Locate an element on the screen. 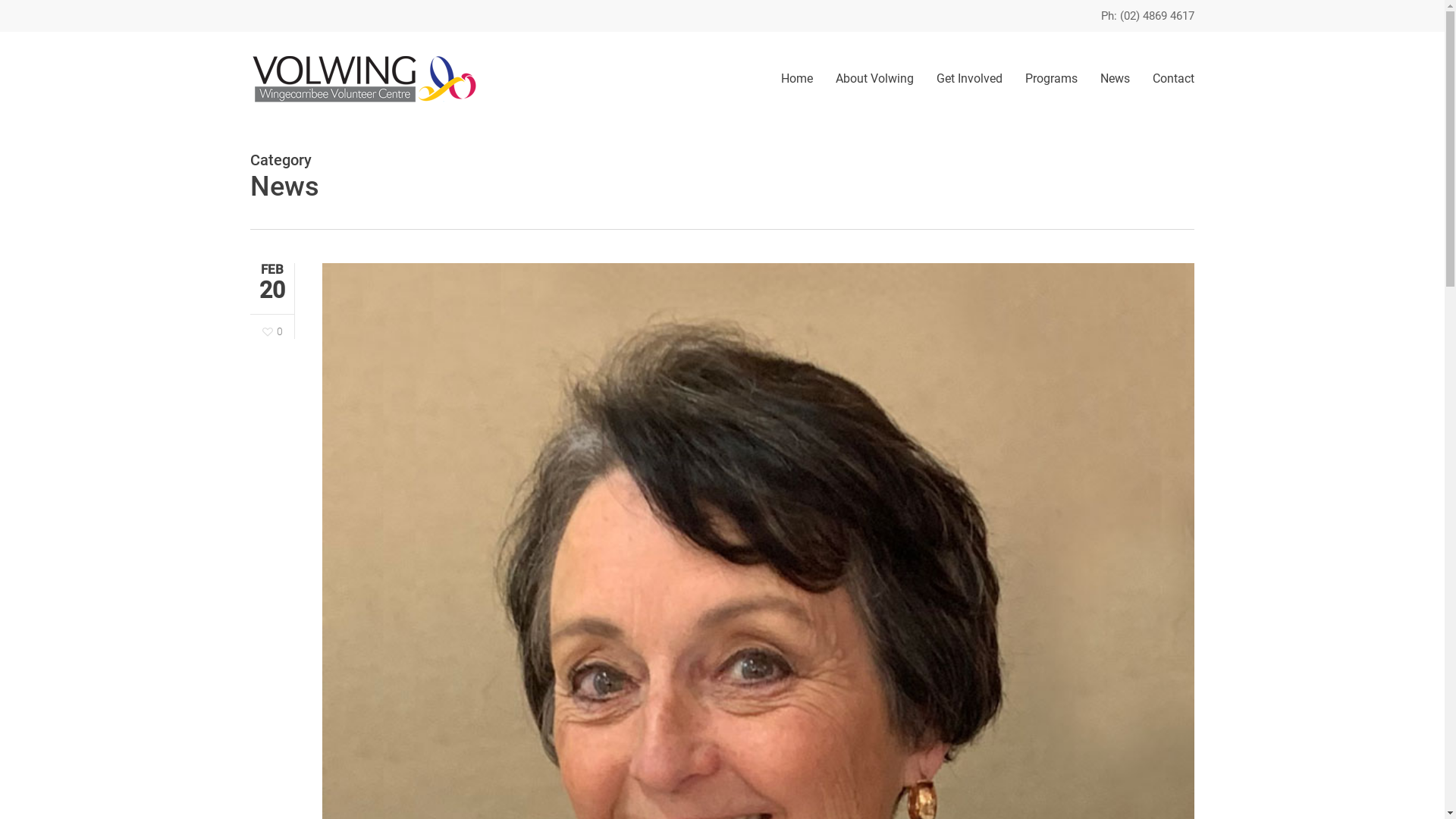 This screenshot has width=1456, height=819. 'Get Involved' is located at coordinates (968, 78).